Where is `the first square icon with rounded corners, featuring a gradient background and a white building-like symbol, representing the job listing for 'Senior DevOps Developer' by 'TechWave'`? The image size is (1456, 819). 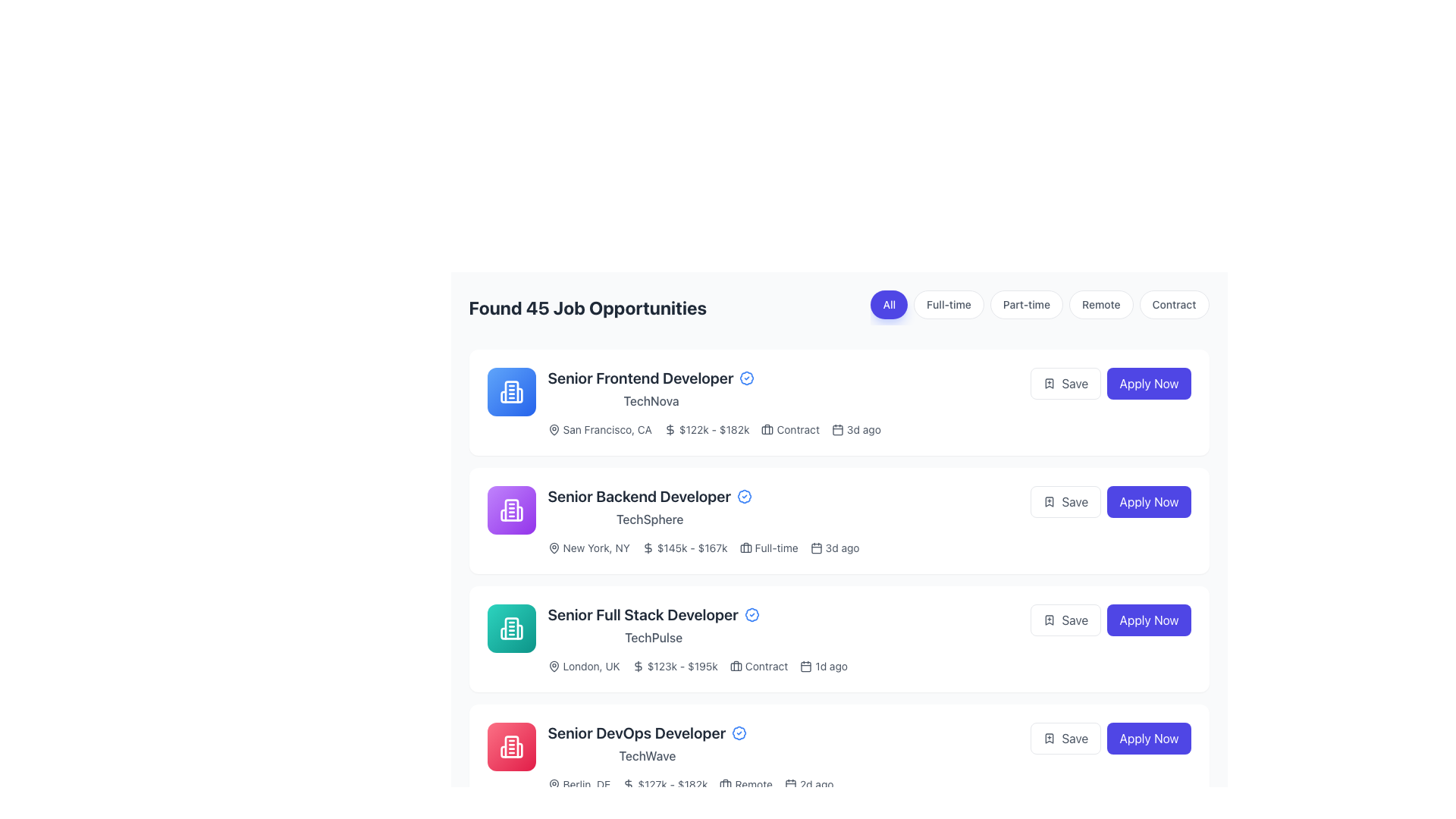 the first square icon with rounded corners, featuring a gradient background and a white building-like symbol, representing the job listing for 'Senior DevOps Developer' by 'TechWave' is located at coordinates (511, 745).